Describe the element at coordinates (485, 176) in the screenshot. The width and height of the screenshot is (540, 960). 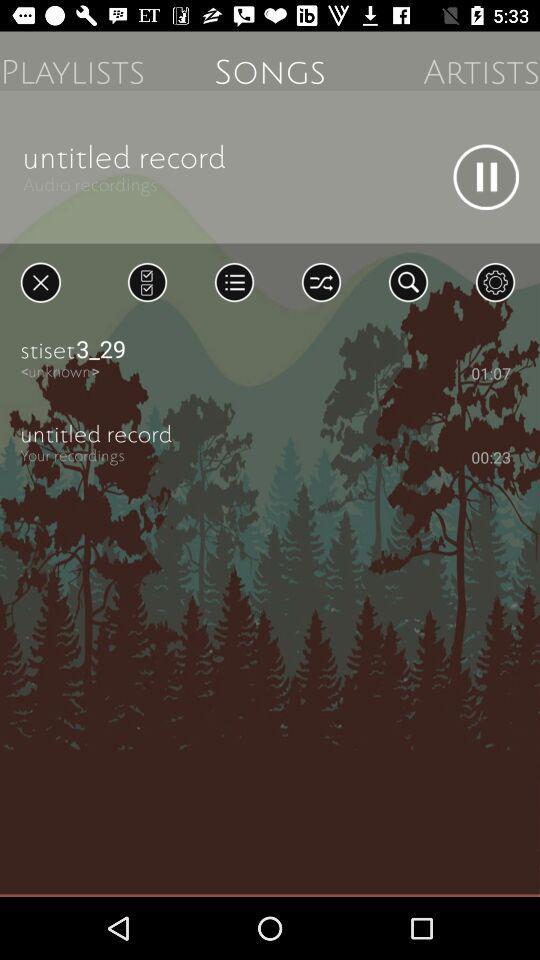
I see `pause option` at that location.